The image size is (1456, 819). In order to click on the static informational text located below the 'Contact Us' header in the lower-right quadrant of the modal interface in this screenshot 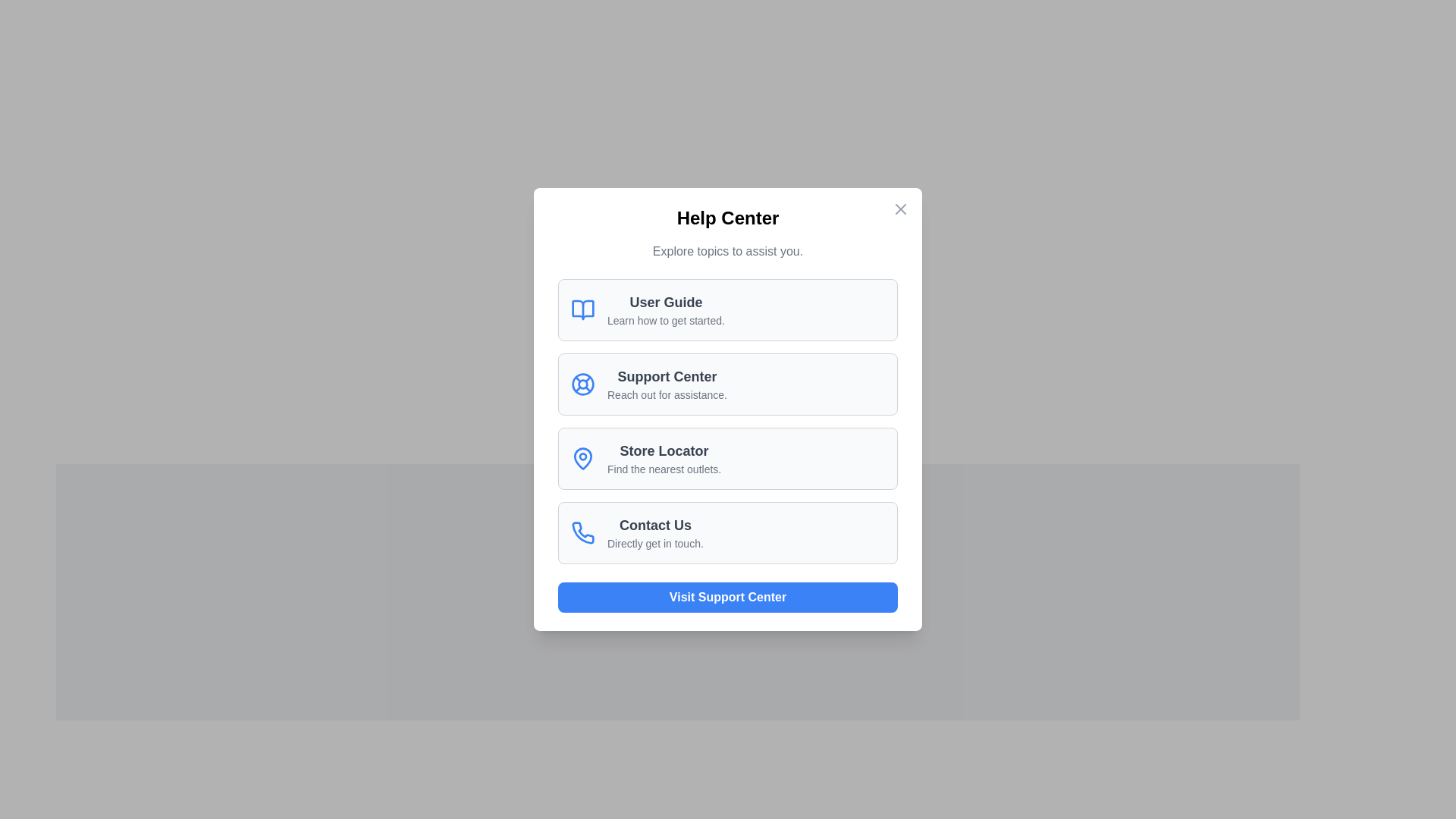, I will do `click(655, 543)`.